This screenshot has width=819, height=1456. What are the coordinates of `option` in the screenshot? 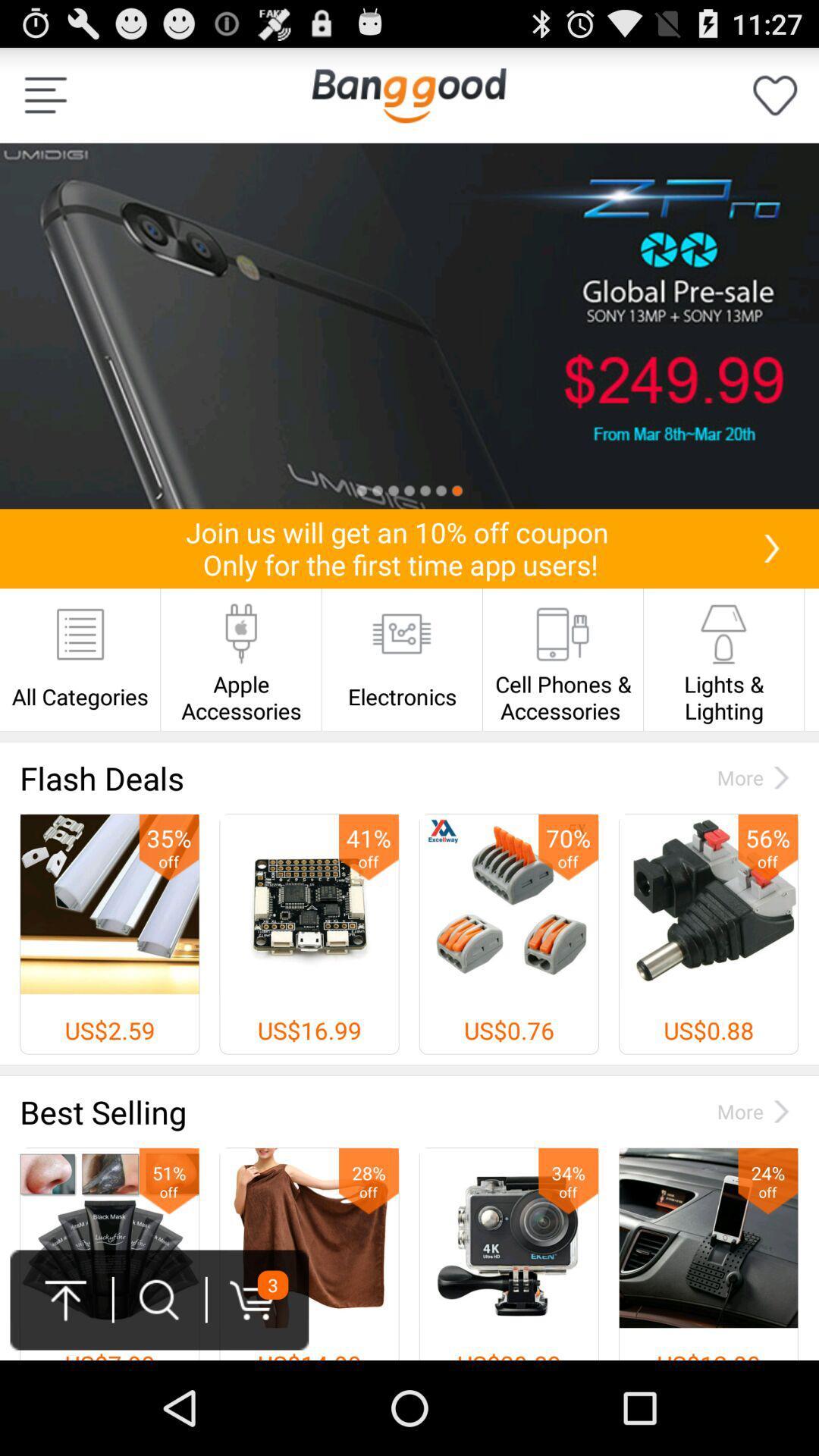 It's located at (45, 94).